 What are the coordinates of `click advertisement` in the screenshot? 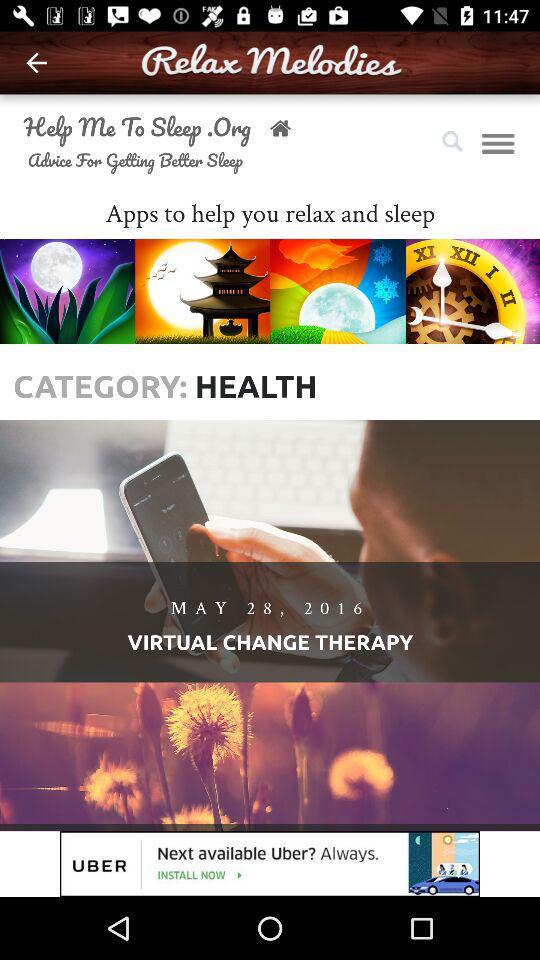 It's located at (270, 863).